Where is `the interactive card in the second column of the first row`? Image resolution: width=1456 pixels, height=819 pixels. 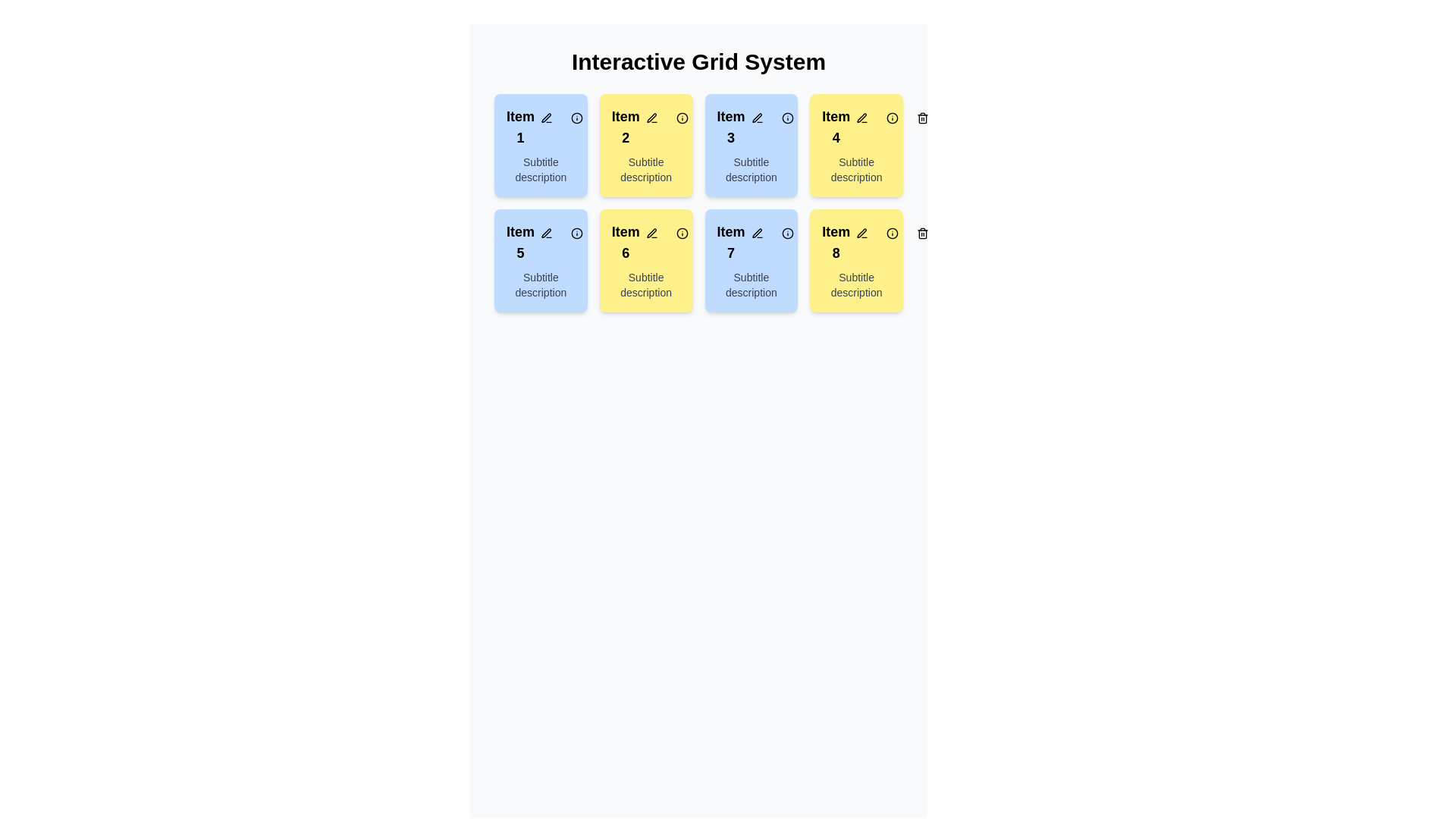 the interactive card in the second column of the first row is located at coordinates (646, 146).